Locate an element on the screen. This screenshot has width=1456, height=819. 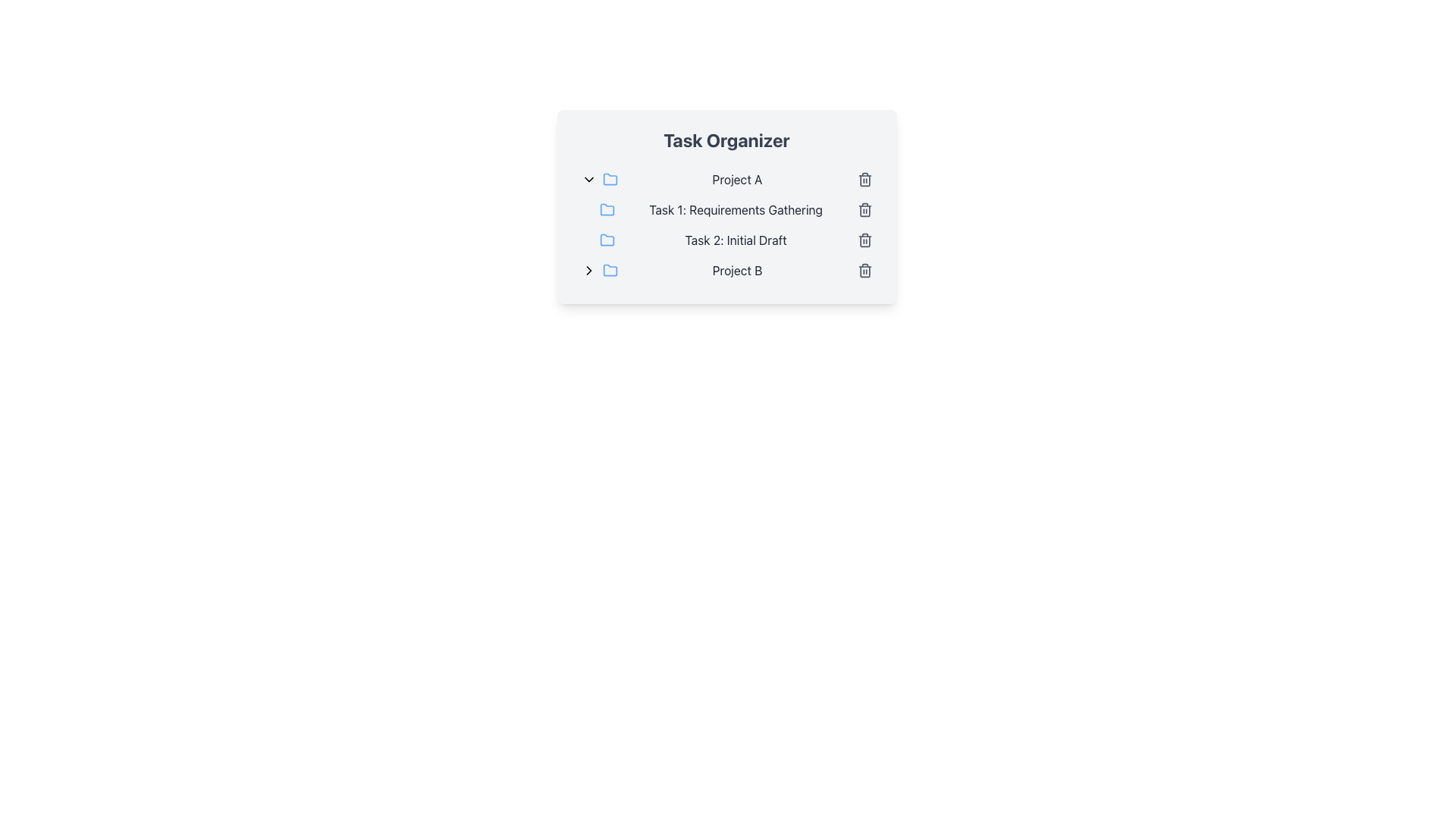
the folder icon representing the task 'Task 1: Requirements Gathering' is located at coordinates (607, 210).